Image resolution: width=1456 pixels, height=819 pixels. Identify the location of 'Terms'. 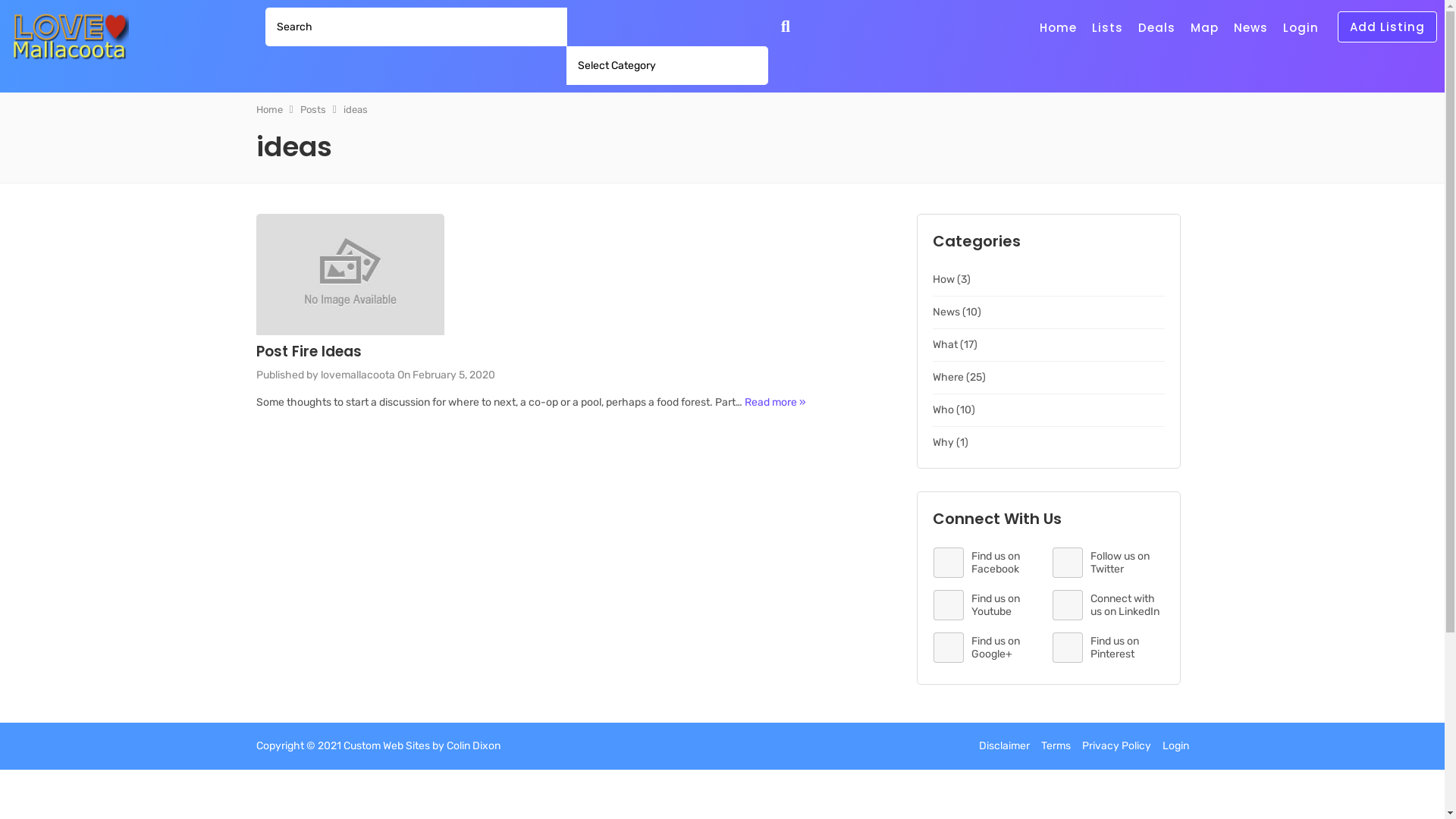
(1054, 745).